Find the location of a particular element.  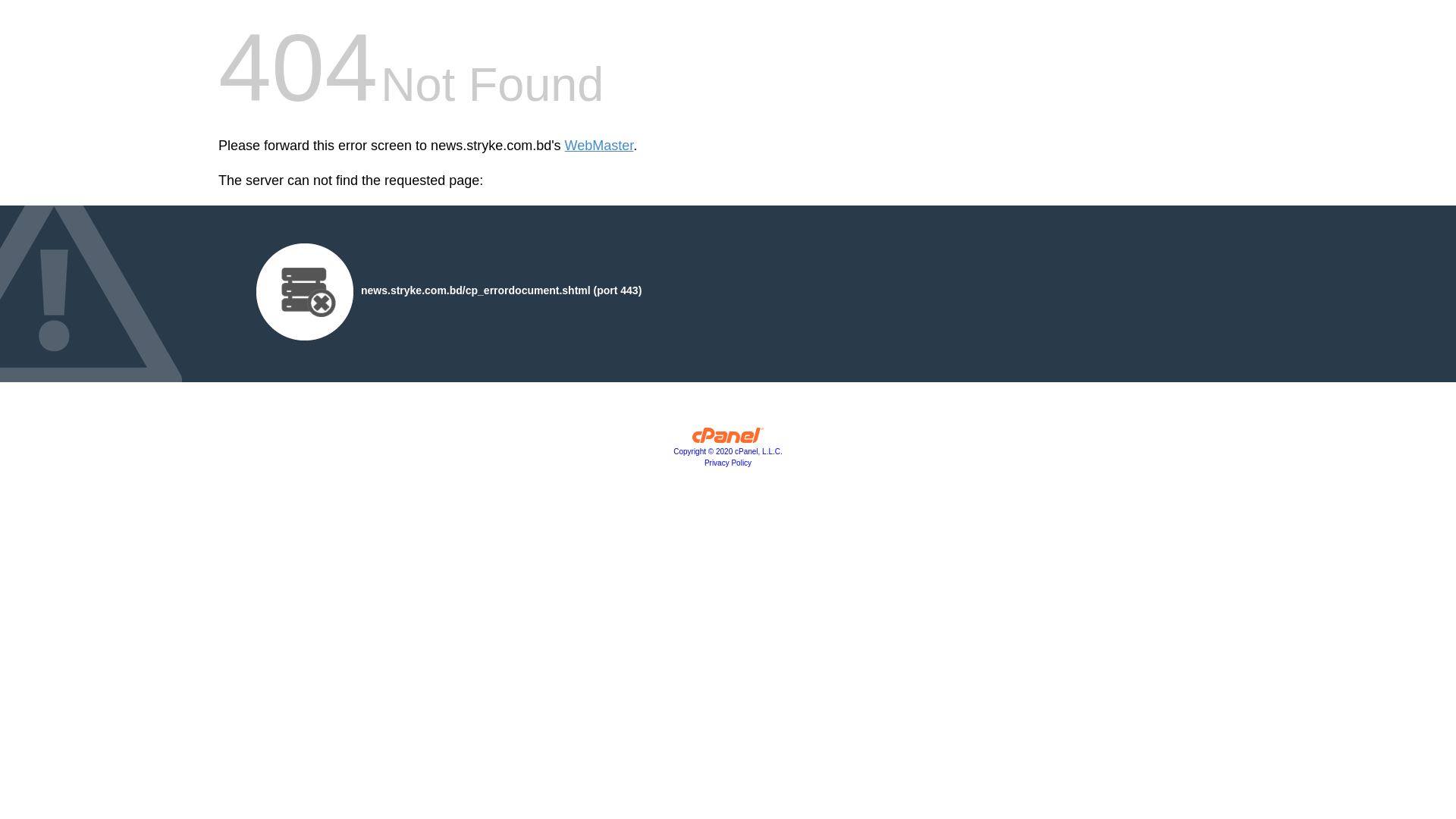

'WebMaster' is located at coordinates (598, 146).